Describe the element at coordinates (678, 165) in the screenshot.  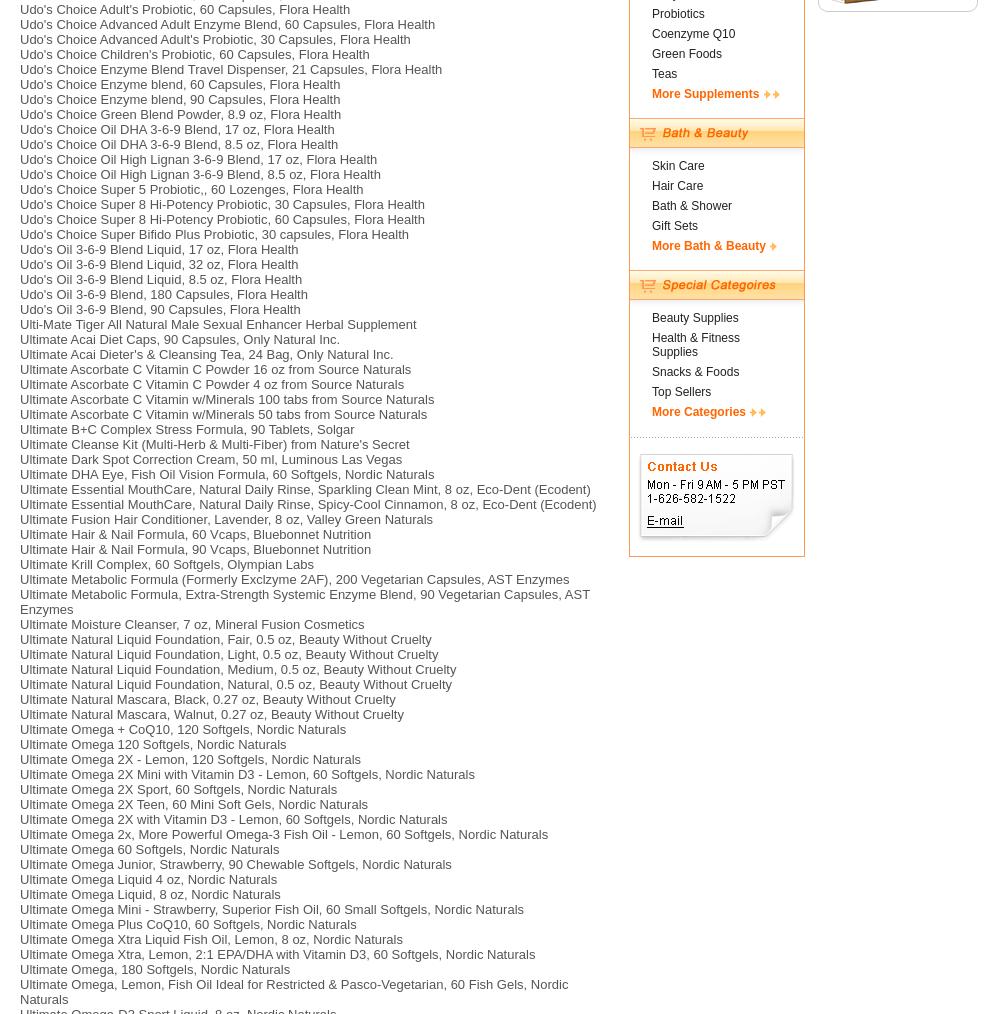
I see `'Skin Care'` at that location.